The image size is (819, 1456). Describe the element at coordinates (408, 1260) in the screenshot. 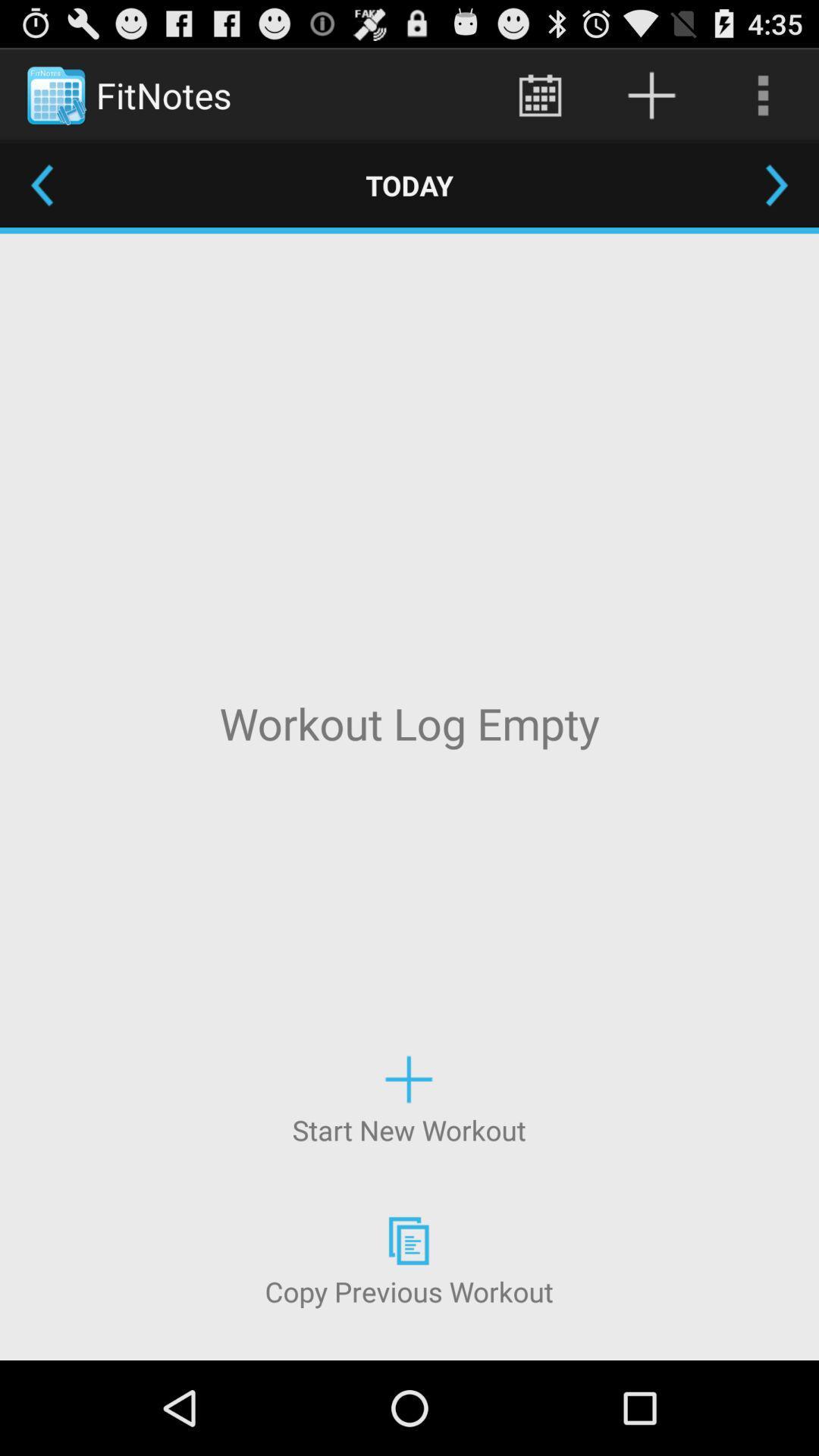

I see `icon below start new workout icon` at that location.